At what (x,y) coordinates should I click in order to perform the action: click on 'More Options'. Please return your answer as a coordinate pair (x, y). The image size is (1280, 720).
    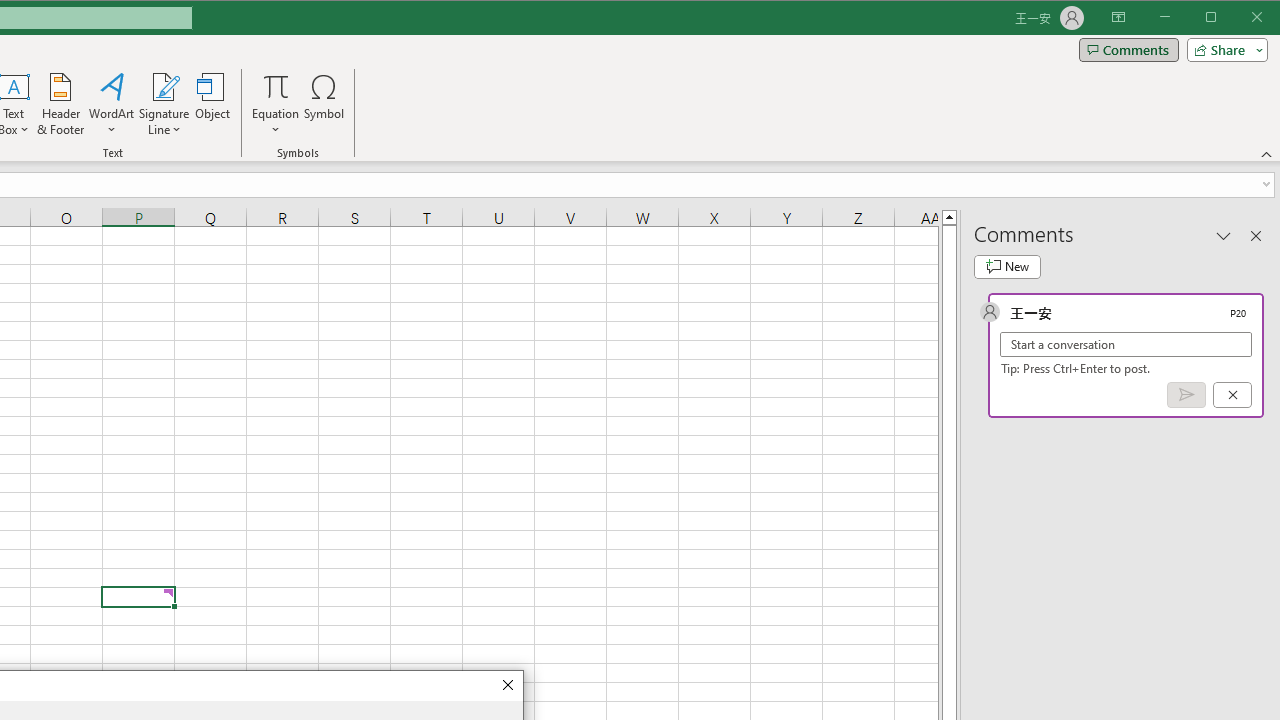
    Looking at the image, I should click on (274, 123).